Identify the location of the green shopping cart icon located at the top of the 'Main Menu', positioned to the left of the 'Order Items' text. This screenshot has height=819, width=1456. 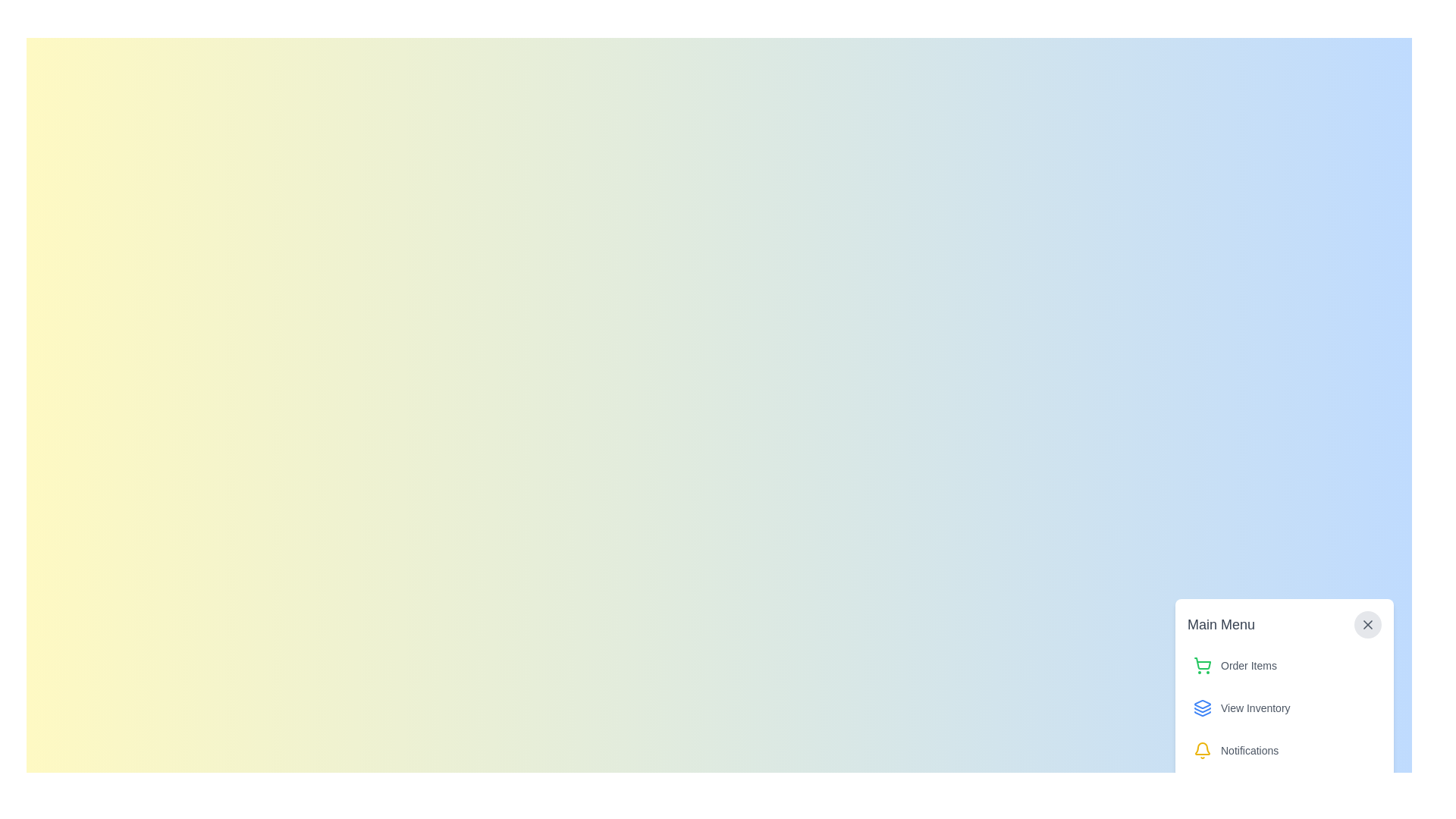
(1201, 665).